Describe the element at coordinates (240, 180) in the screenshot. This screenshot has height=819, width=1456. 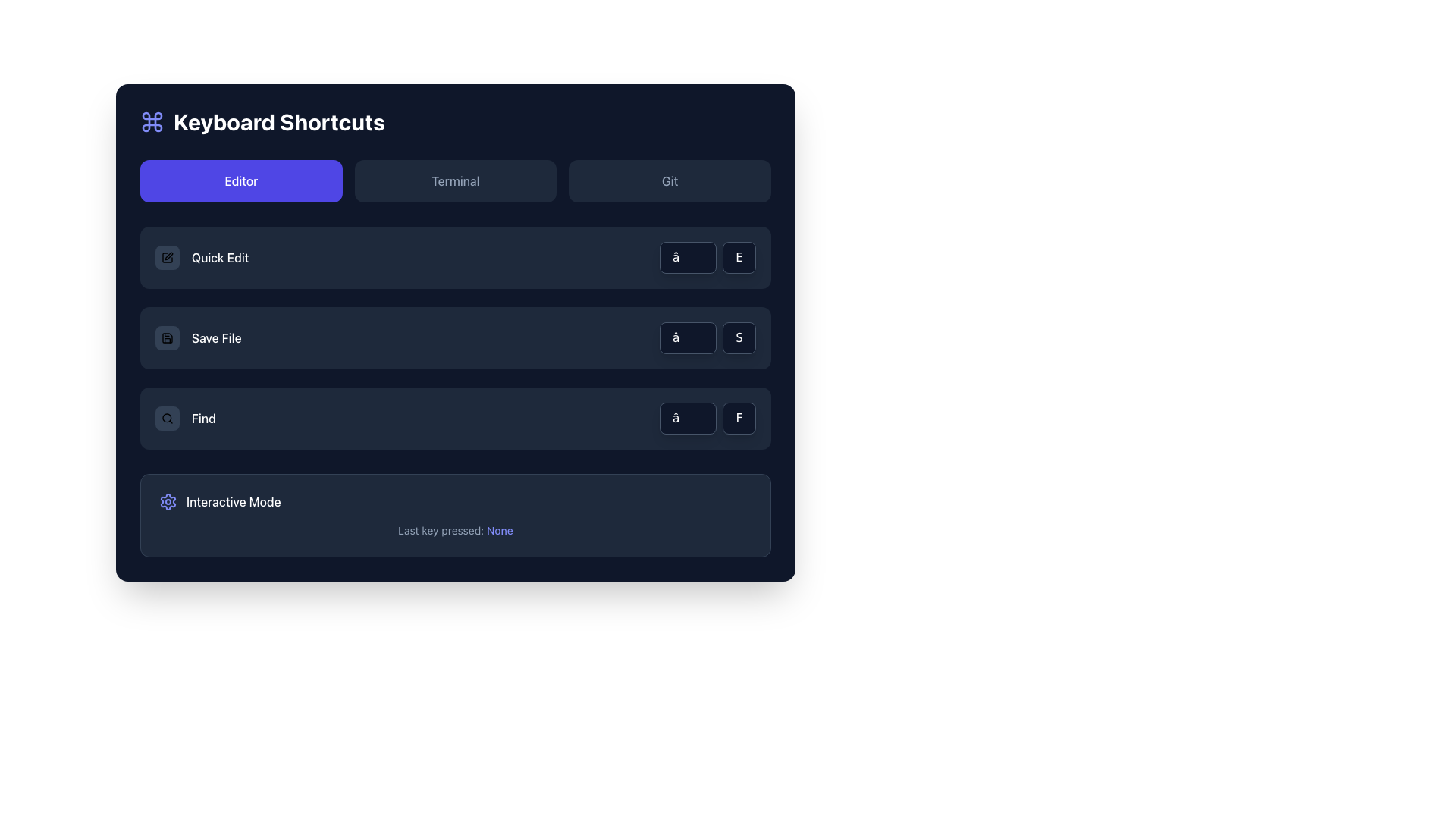
I see `the 'Editor' button with a vibrant indigo background and white text` at that location.